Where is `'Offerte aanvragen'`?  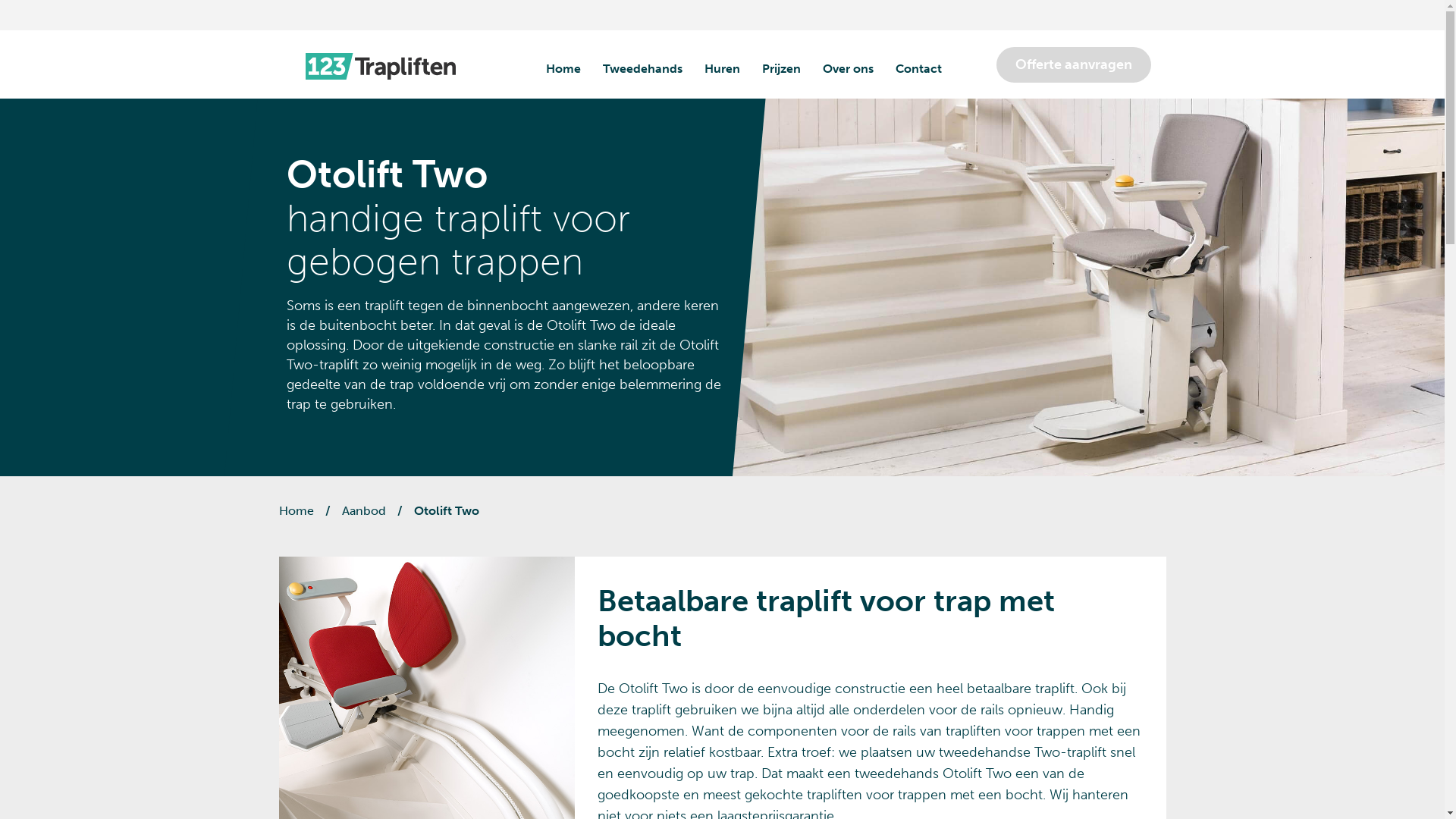
'Offerte aanvragen' is located at coordinates (1073, 64).